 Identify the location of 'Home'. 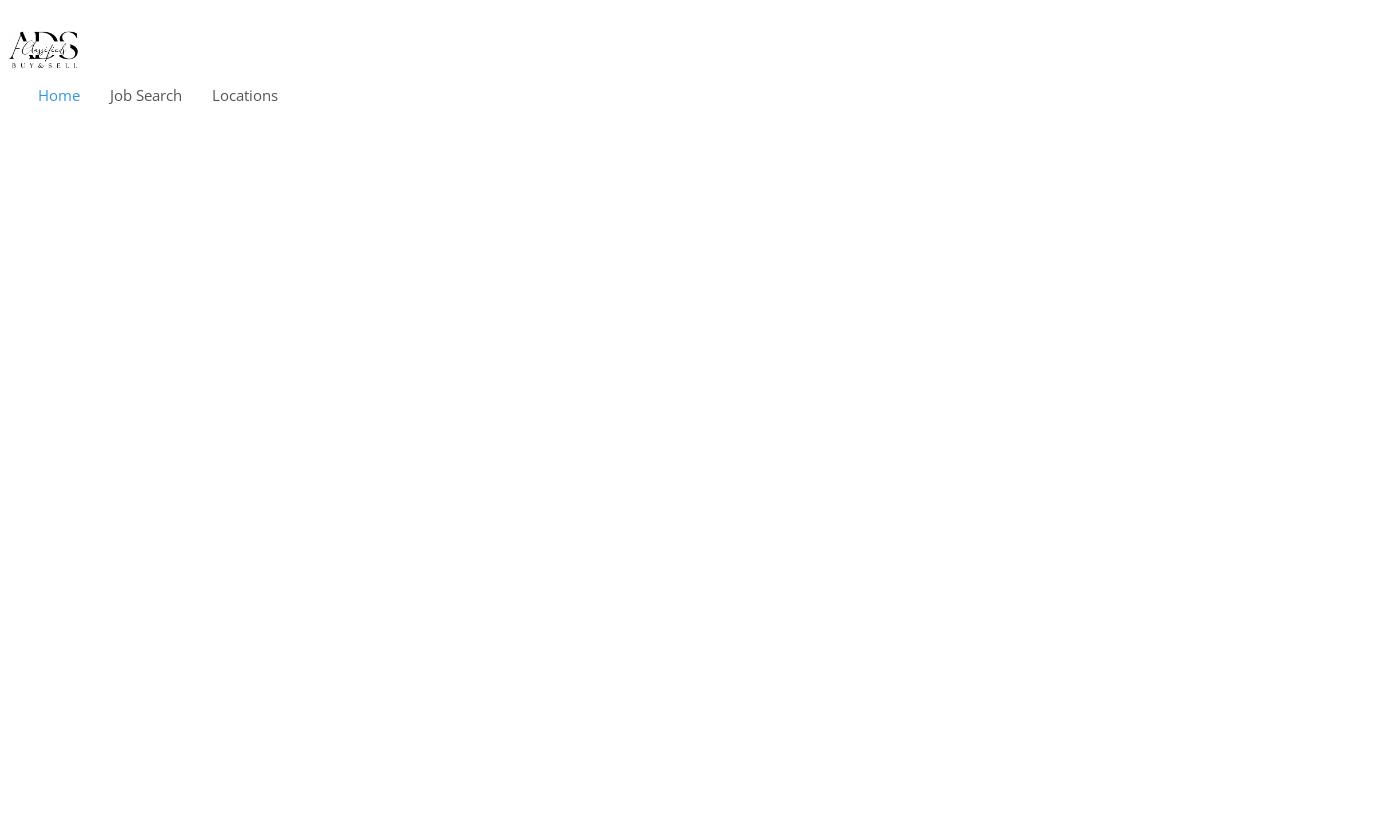
(57, 95).